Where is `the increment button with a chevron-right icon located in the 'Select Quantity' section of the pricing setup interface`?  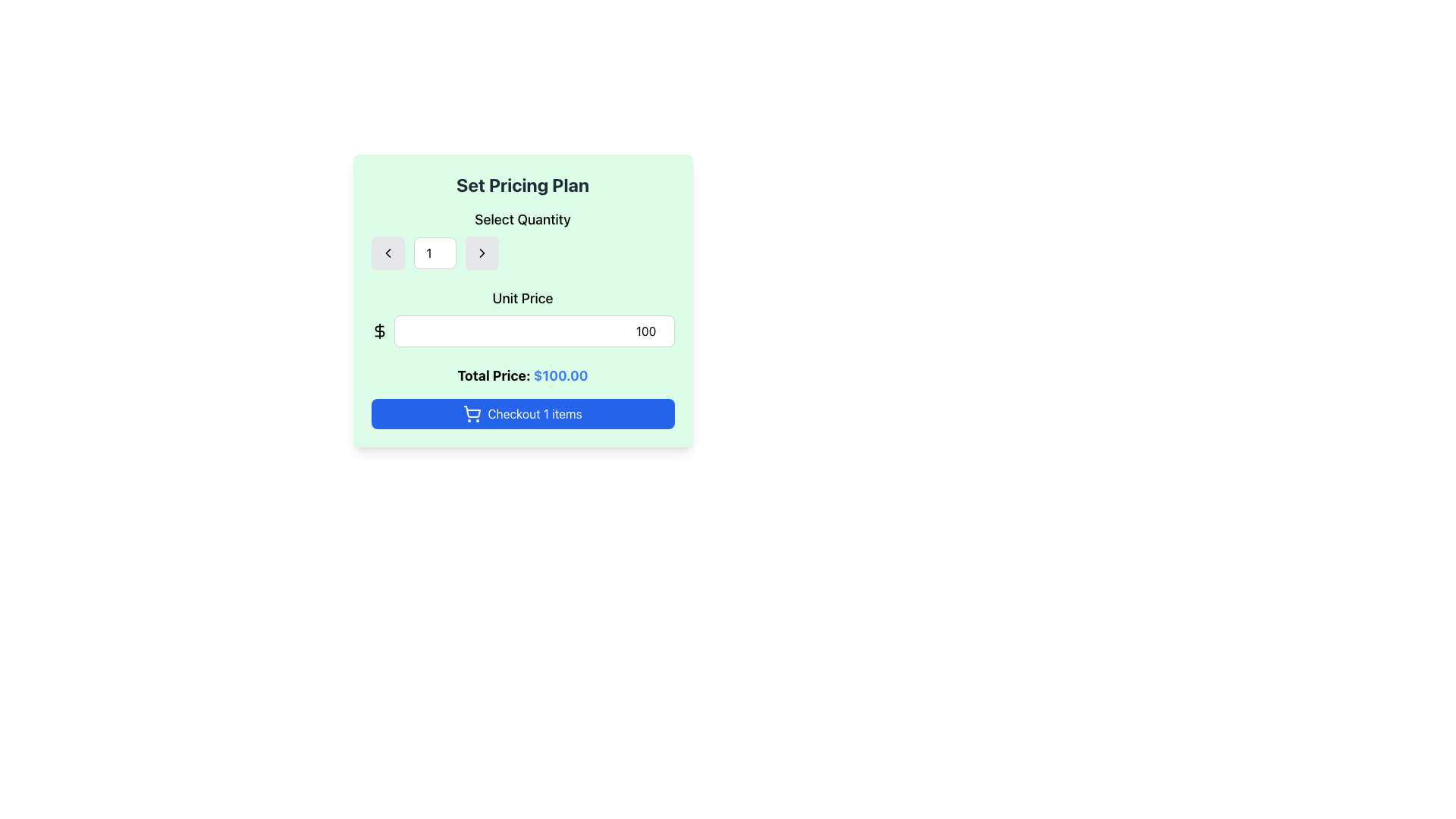
the increment button with a chevron-right icon located in the 'Select Quantity' section of the pricing setup interface is located at coordinates (481, 253).